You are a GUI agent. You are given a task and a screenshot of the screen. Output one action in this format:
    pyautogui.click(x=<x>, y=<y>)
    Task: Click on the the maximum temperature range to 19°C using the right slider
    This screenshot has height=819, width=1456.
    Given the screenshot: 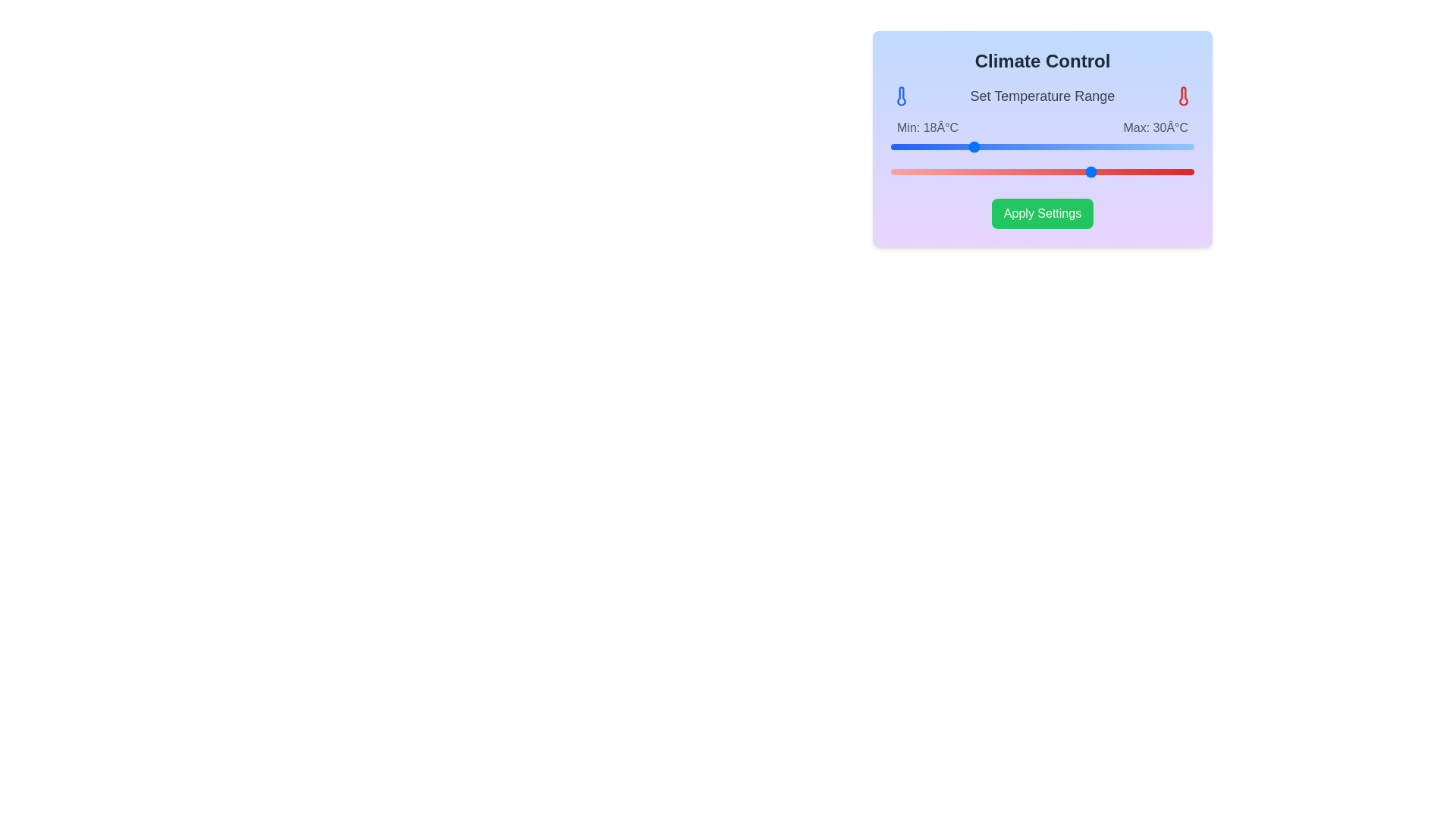 What is the action you would take?
    pyautogui.click(x=982, y=171)
    